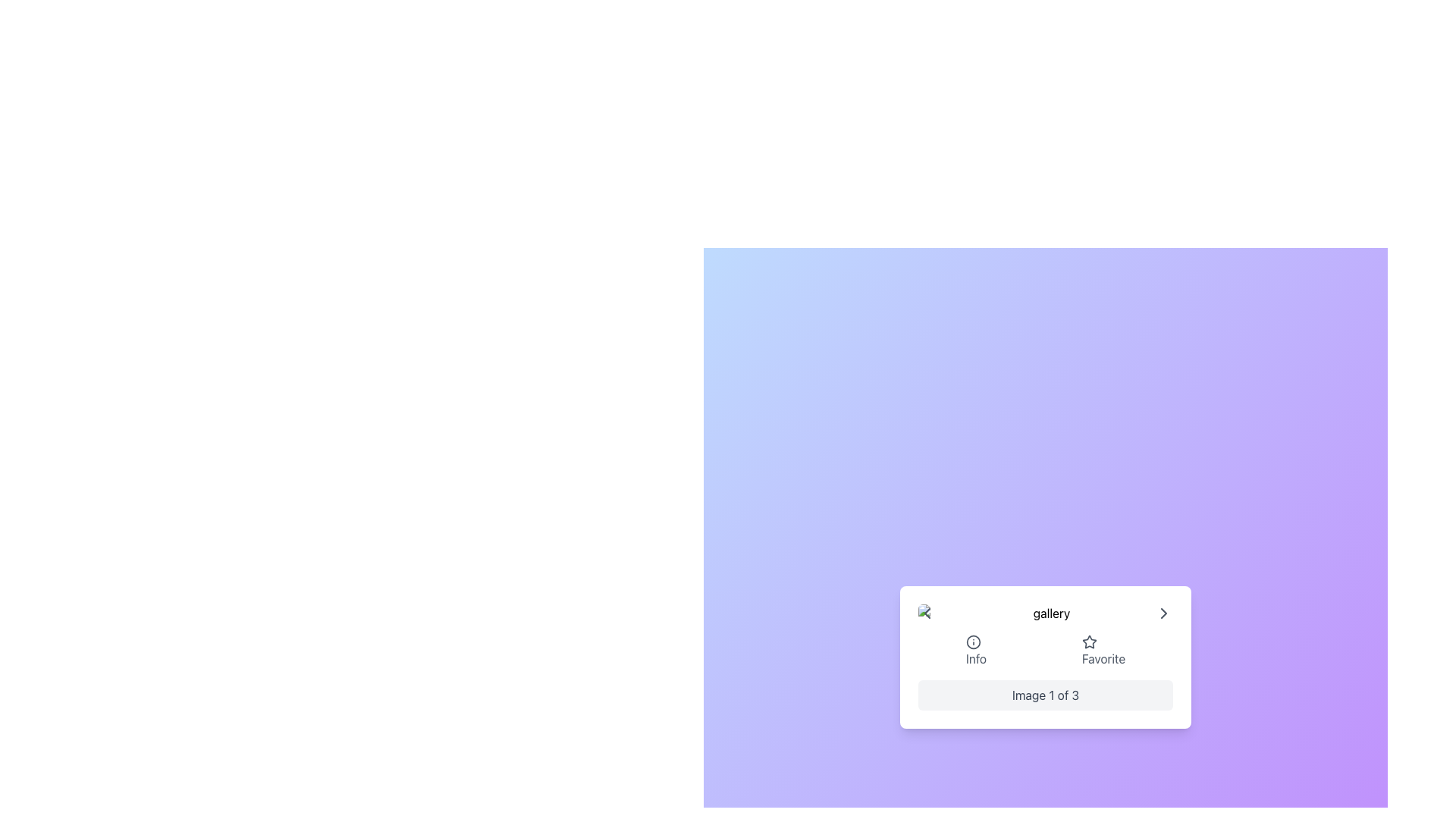  Describe the element at coordinates (1163, 613) in the screenshot. I see `the Chevron icon located to the right of the 'gallery' text label at the top-center of the card UI` at that location.